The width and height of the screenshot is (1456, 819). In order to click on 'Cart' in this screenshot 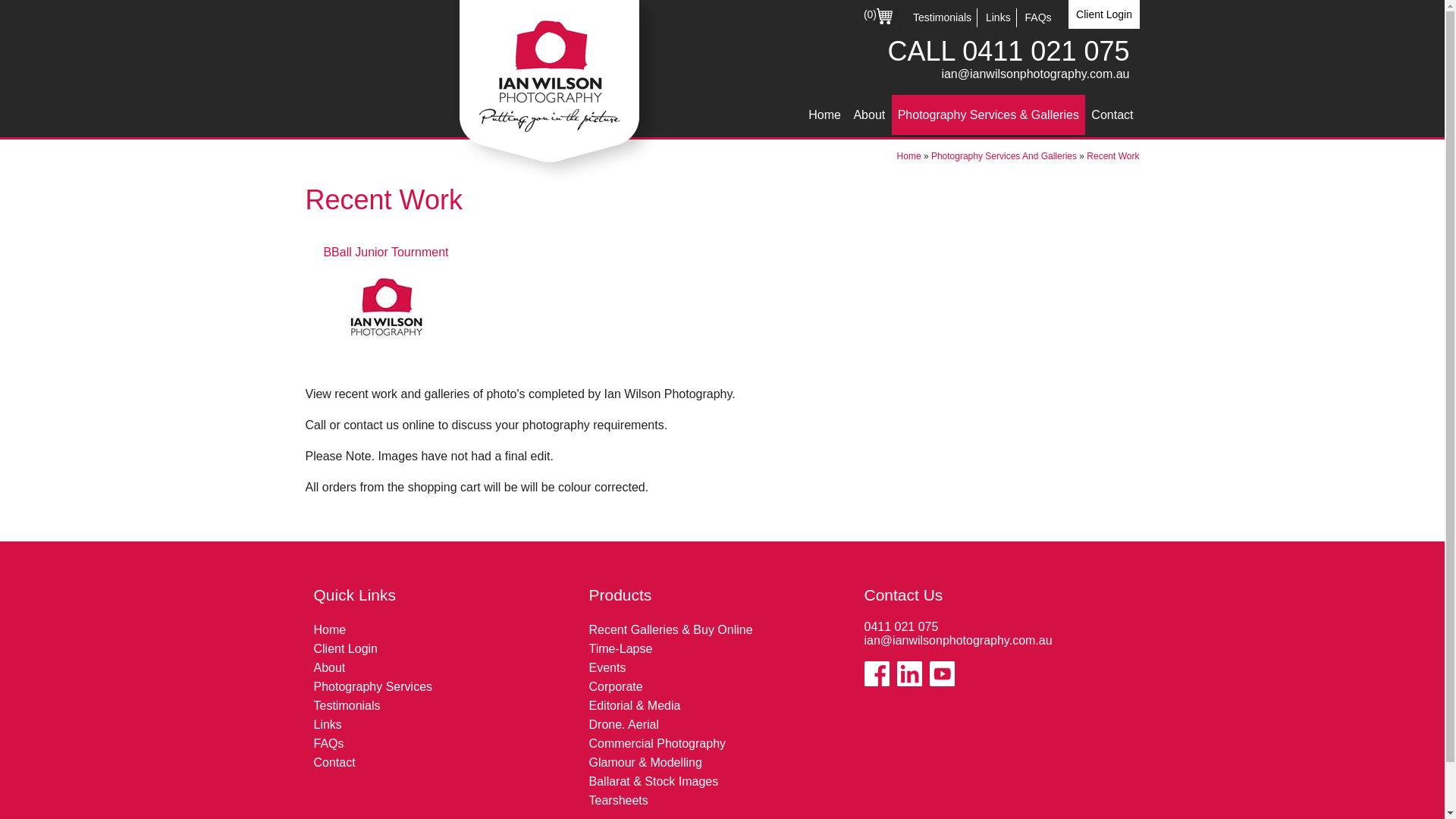, I will do `click(884, 16)`.